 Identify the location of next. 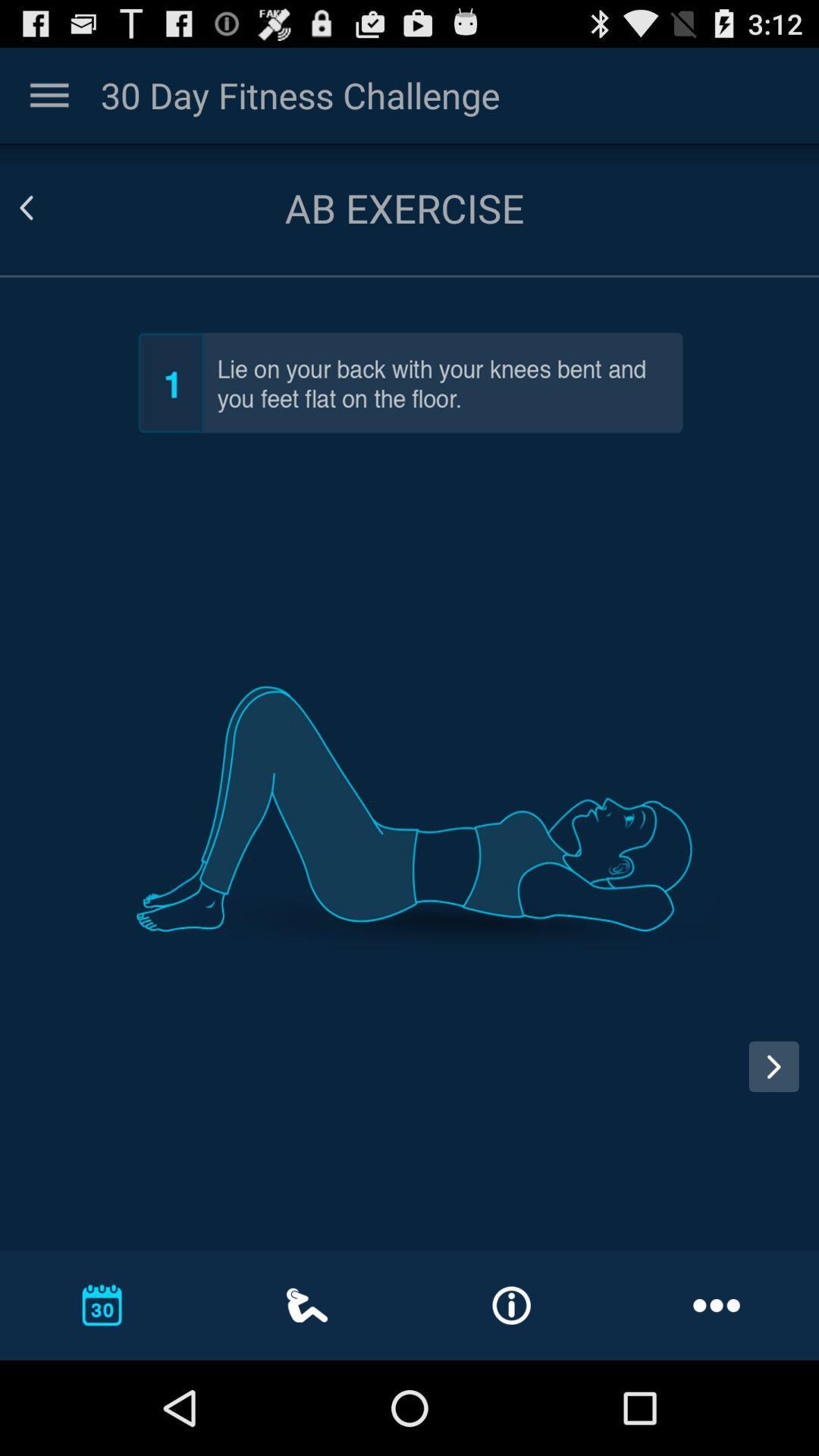
(773, 1065).